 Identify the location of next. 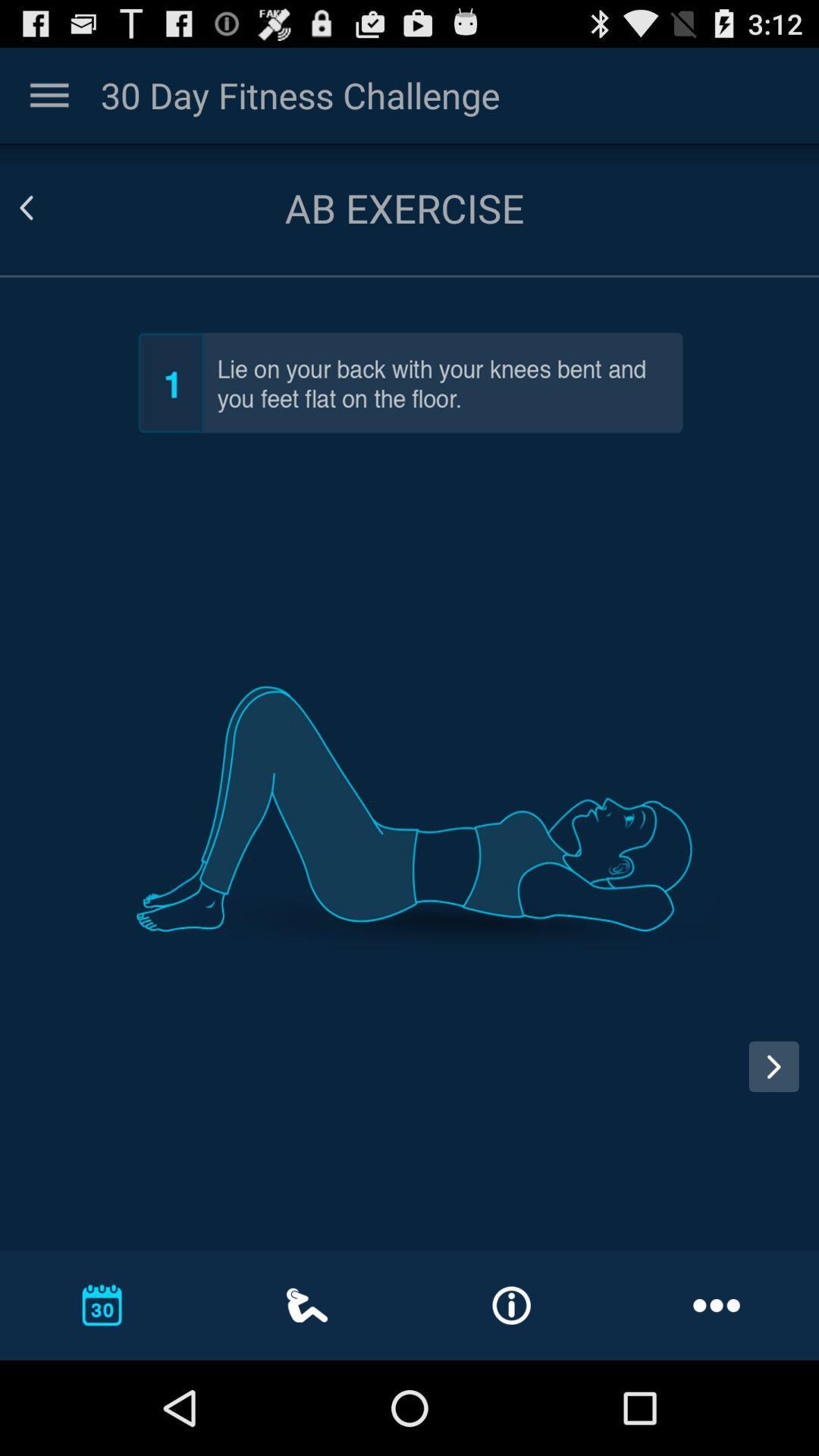
(773, 1065).